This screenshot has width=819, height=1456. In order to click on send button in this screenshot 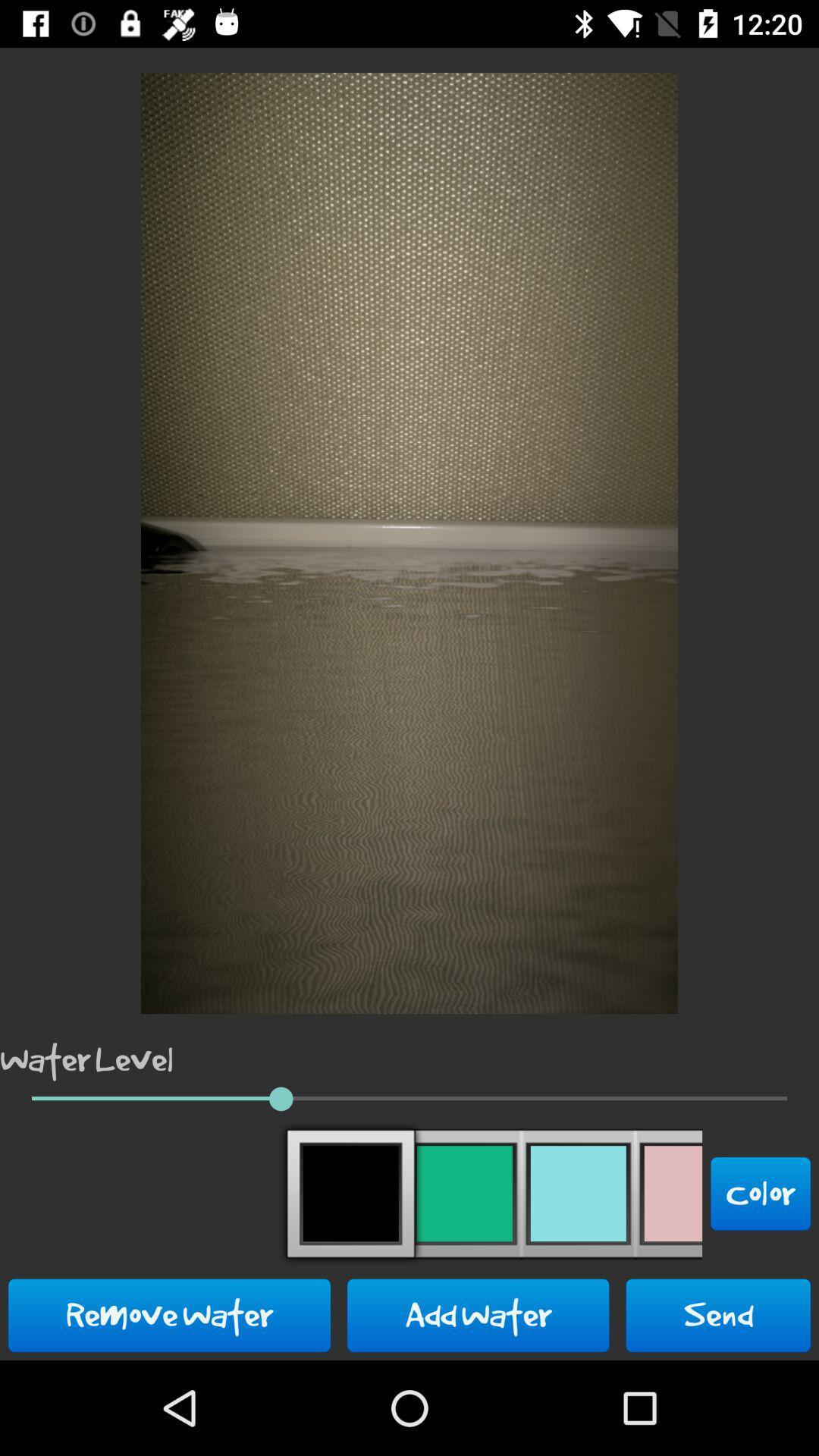, I will do `click(717, 1314)`.